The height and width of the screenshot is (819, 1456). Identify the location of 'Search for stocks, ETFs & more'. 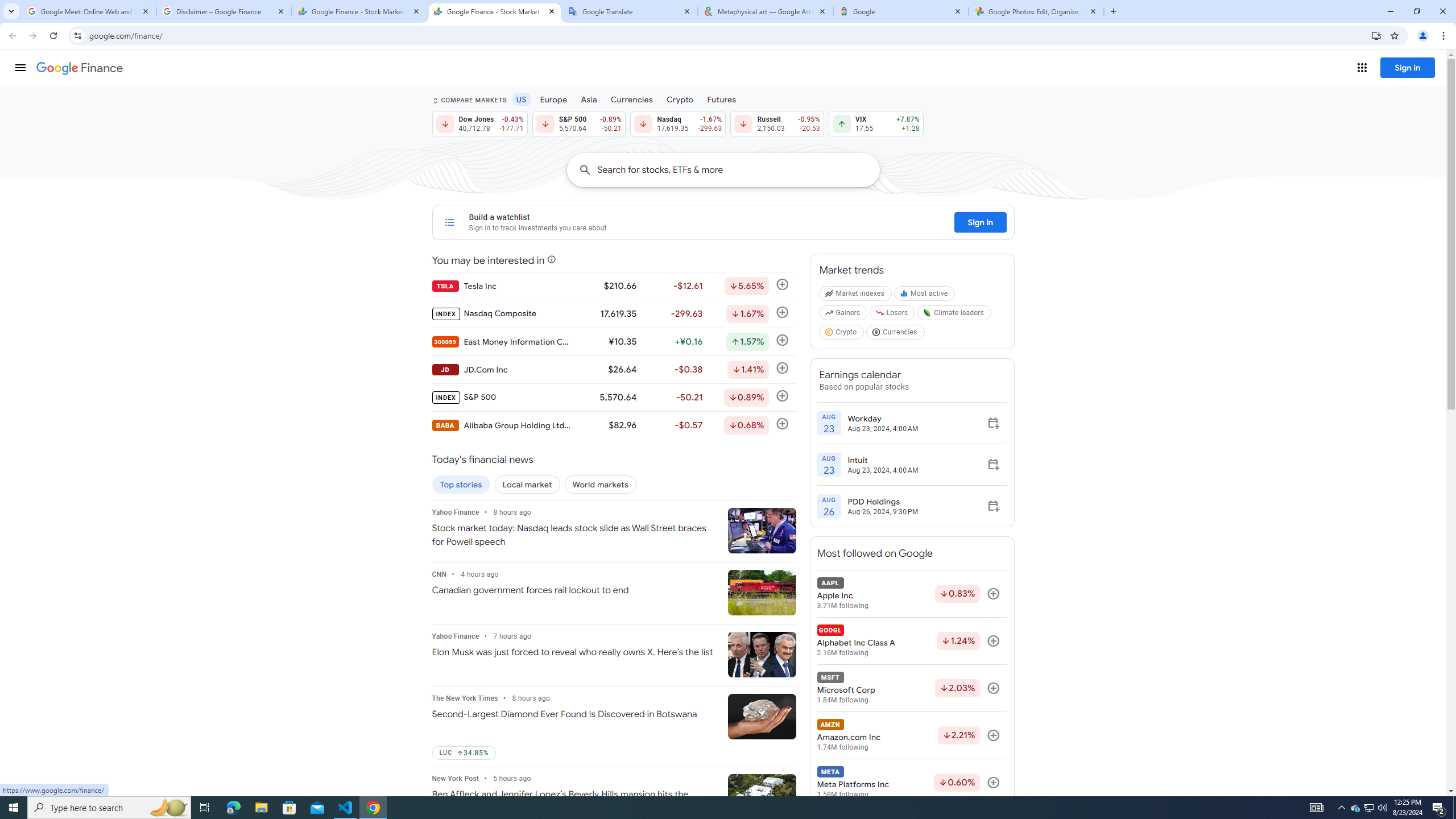
(737, 169).